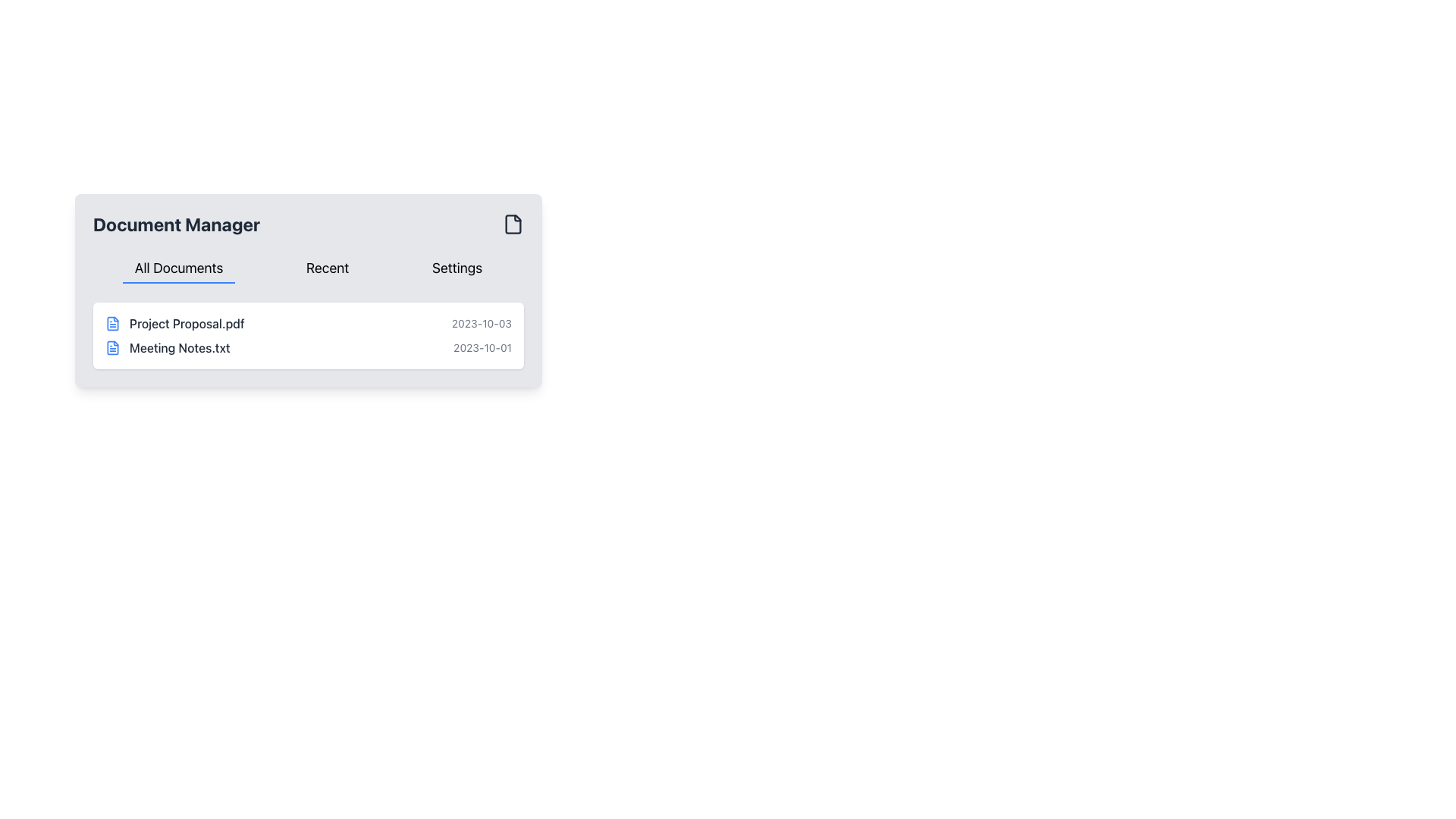 The width and height of the screenshot is (1456, 819). Describe the element at coordinates (481, 323) in the screenshot. I see `the gray-styled text displaying the date '2023-10-03', which is positioned at the far-right of the row containing 'Project Proposal.pdf'` at that location.